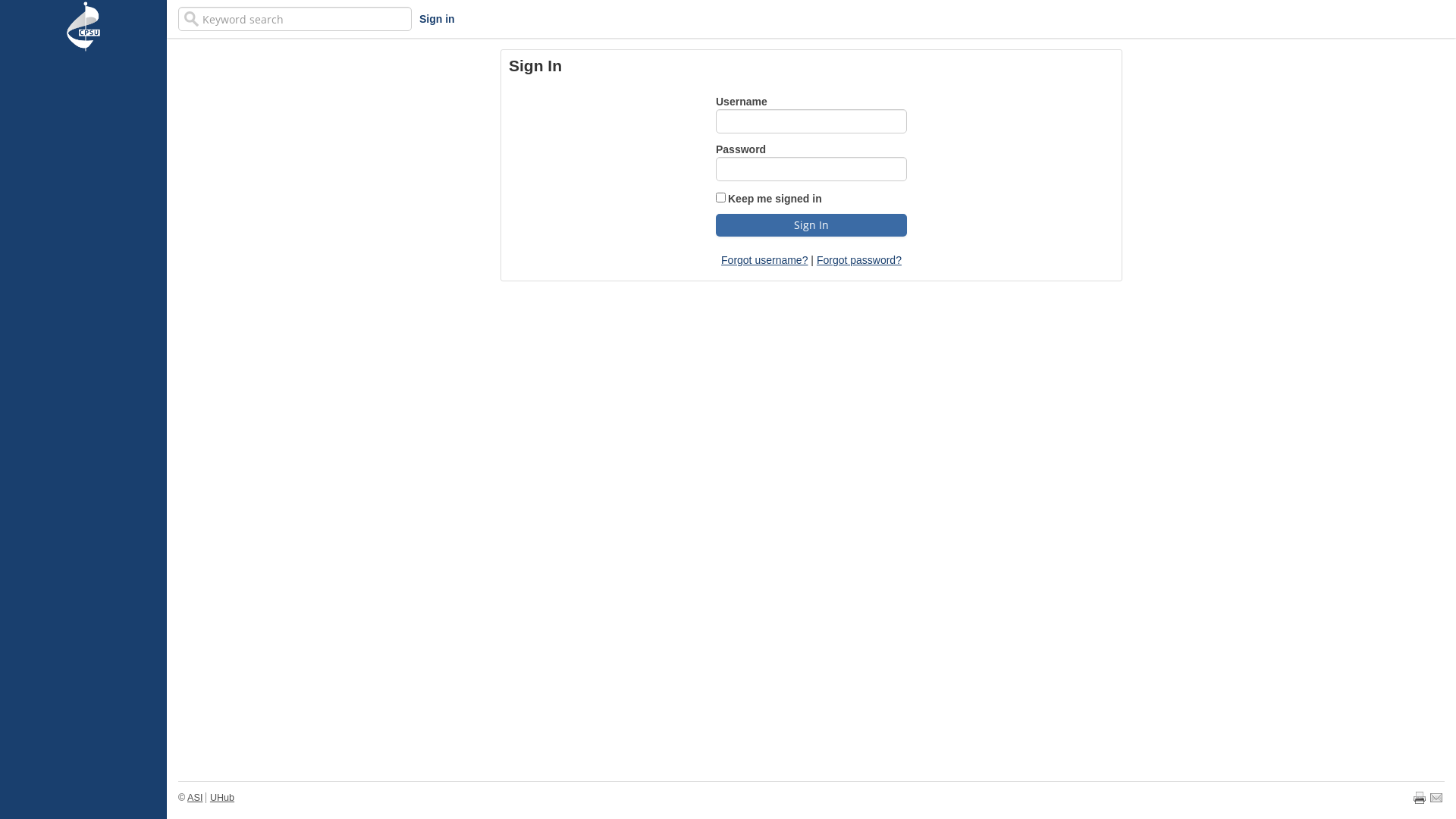 The height and width of the screenshot is (819, 1456). Describe the element at coordinates (764, 259) in the screenshot. I see `'Forgot username?'` at that location.